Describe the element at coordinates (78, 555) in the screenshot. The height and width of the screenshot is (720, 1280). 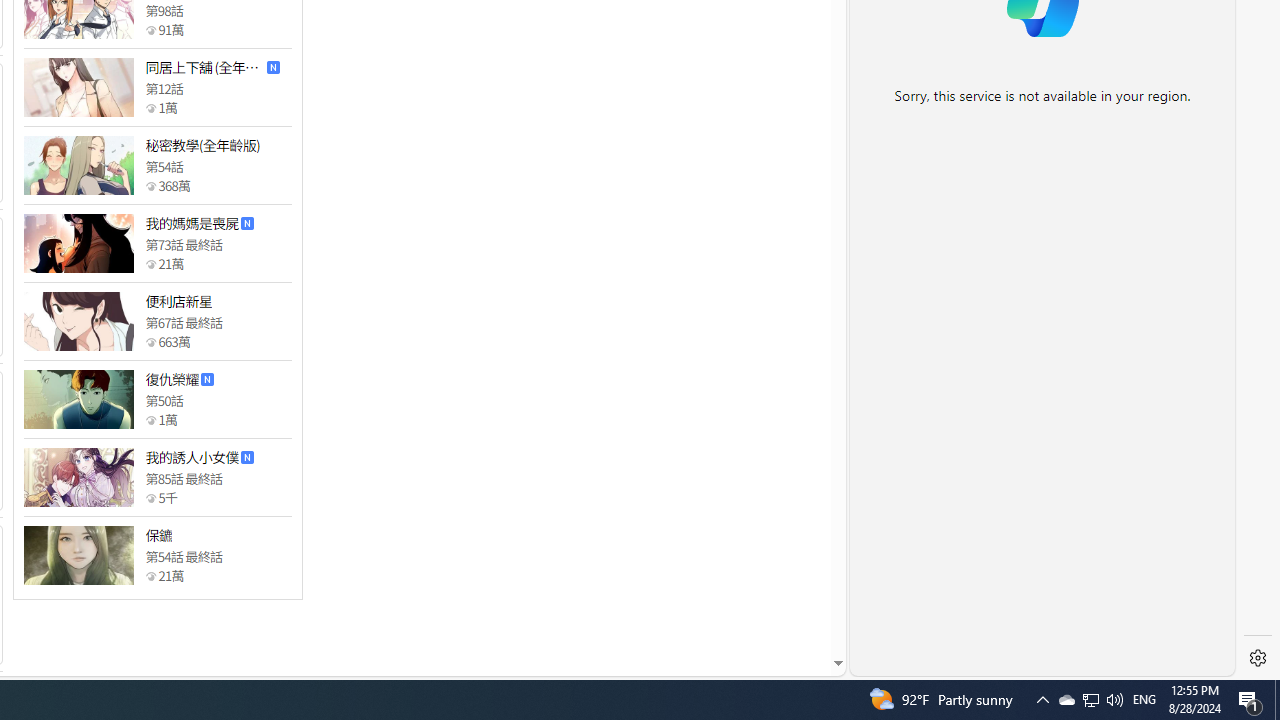
I see `'Class: thumb_img'` at that location.